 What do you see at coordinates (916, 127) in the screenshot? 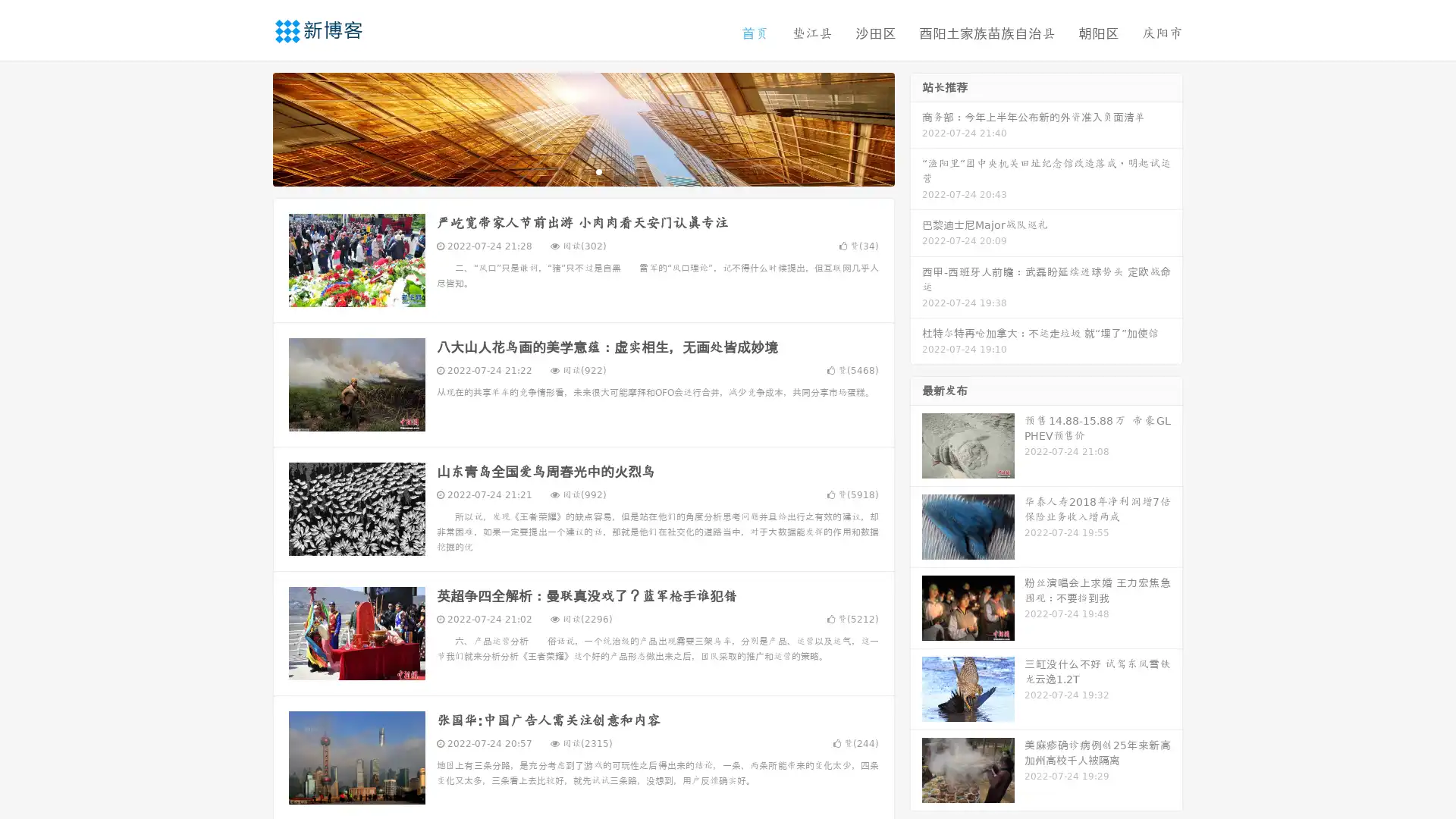
I see `Next slide` at bounding box center [916, 127].